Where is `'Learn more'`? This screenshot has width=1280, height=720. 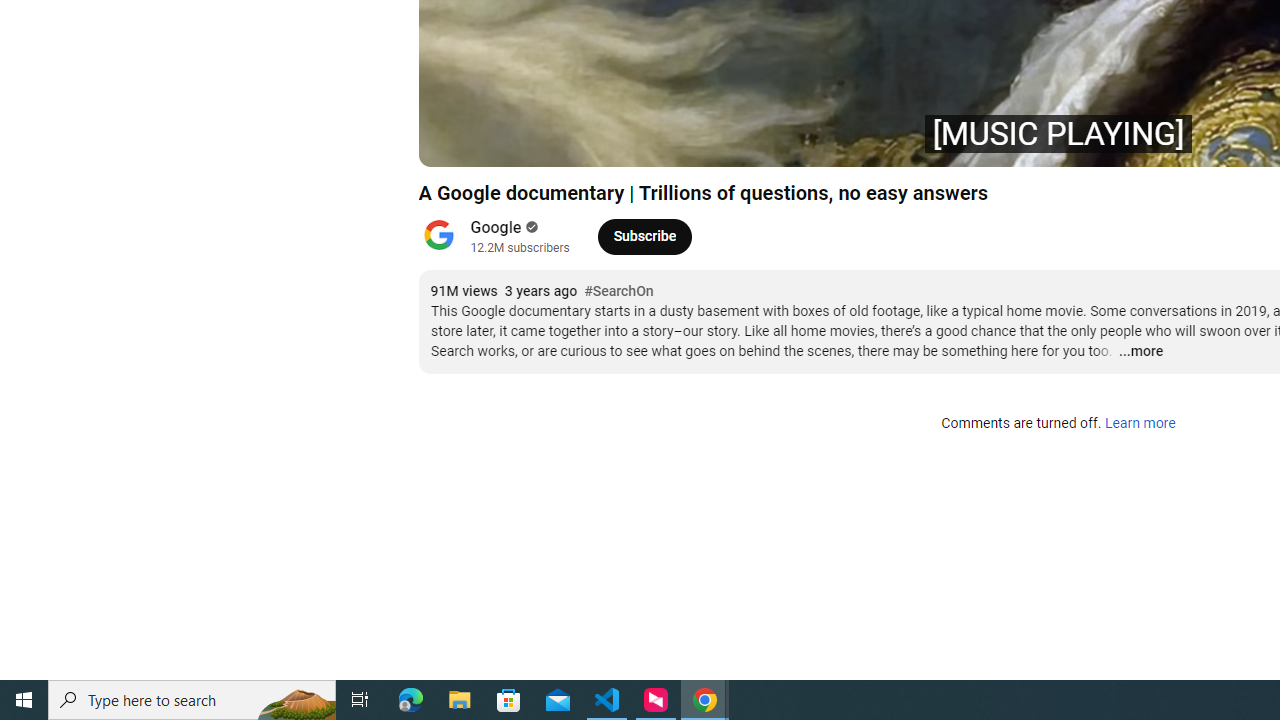
'Learn more' is located at coordinates (1139, 423).